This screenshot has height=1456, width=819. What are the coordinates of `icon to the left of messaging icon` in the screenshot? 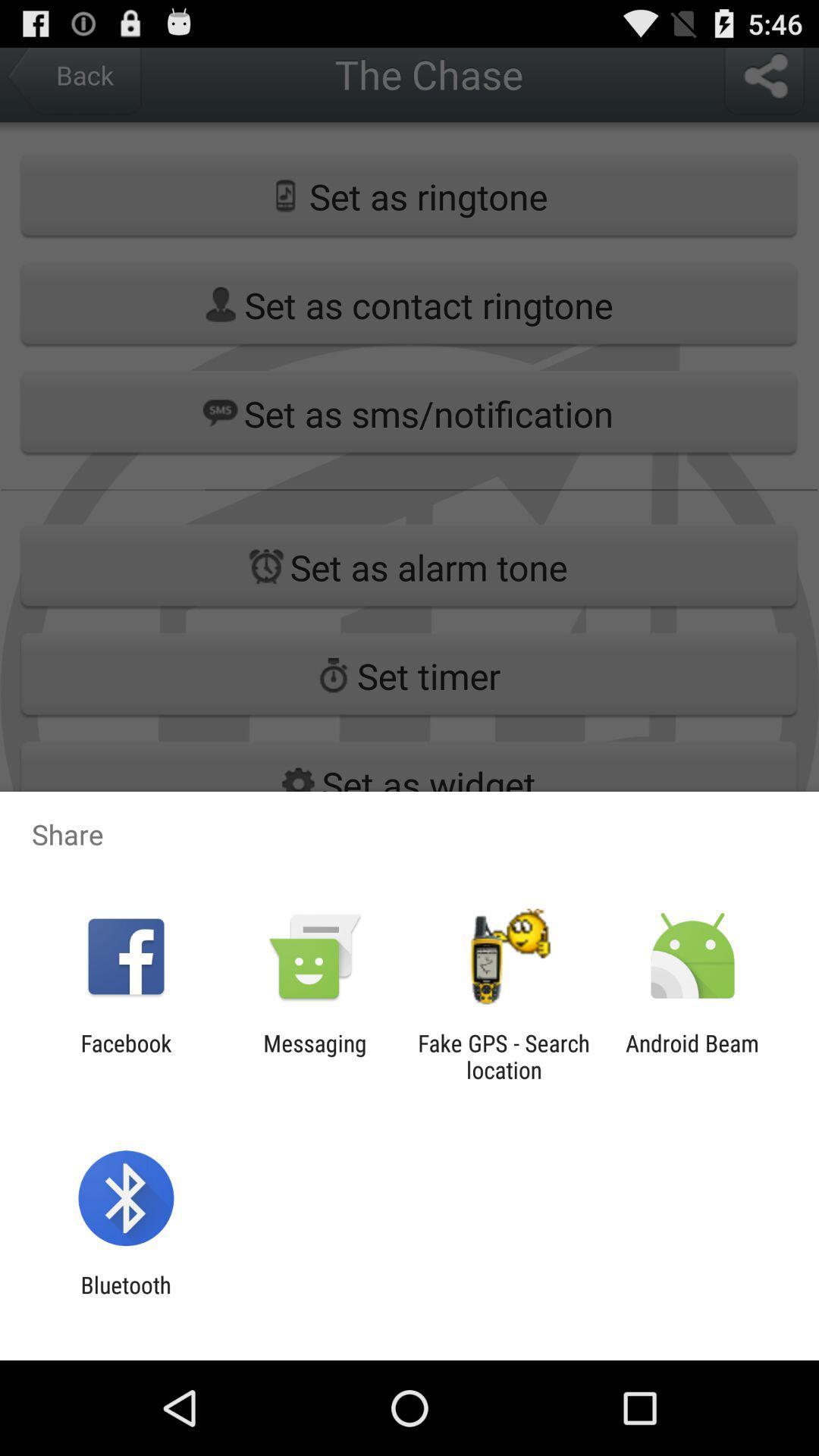 It's located at (125, 1056).